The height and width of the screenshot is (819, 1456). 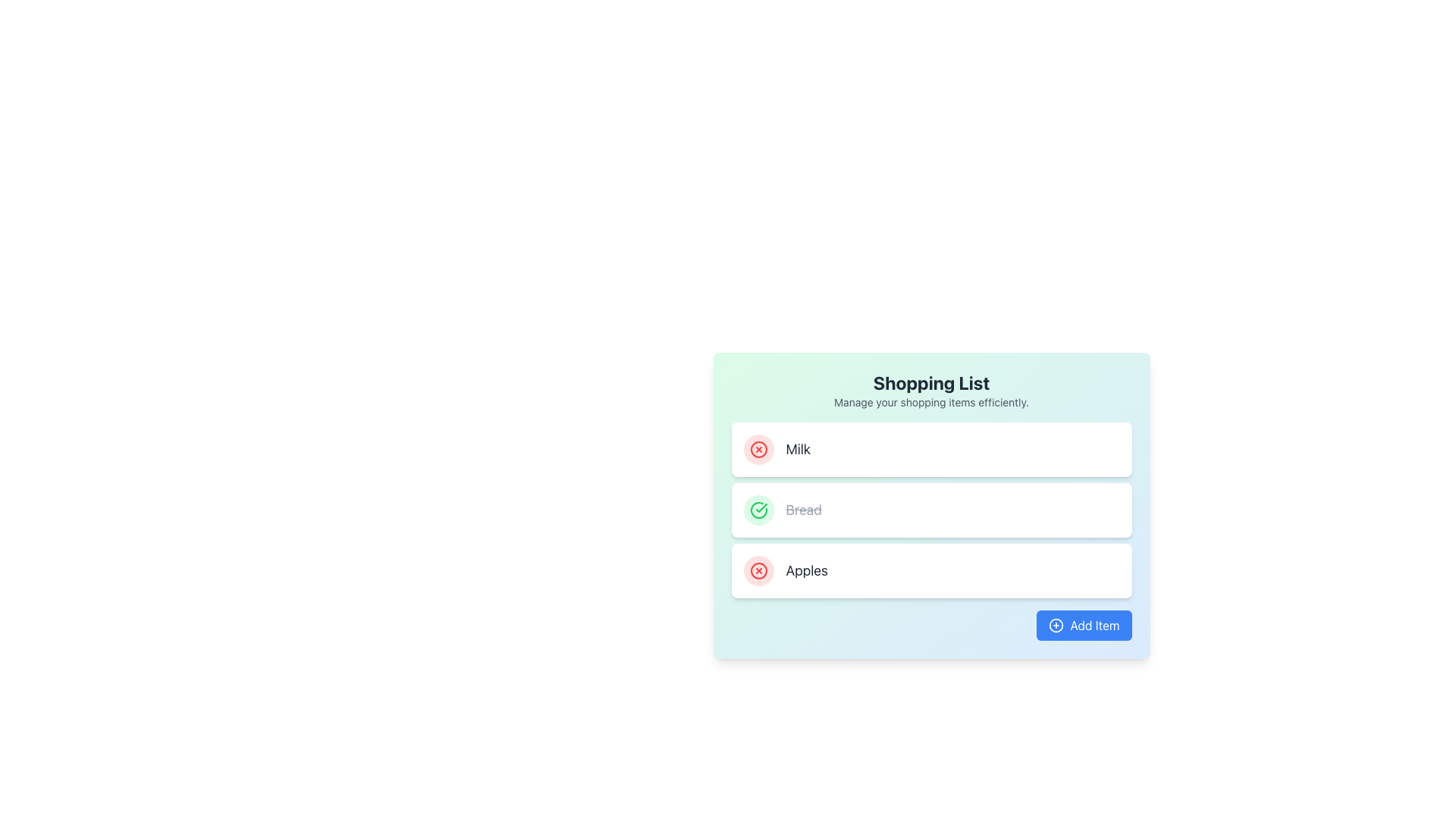 I want to click on the delete button located to the left of the 'Milk' item in the shopping list, so click(x=758, y=449).